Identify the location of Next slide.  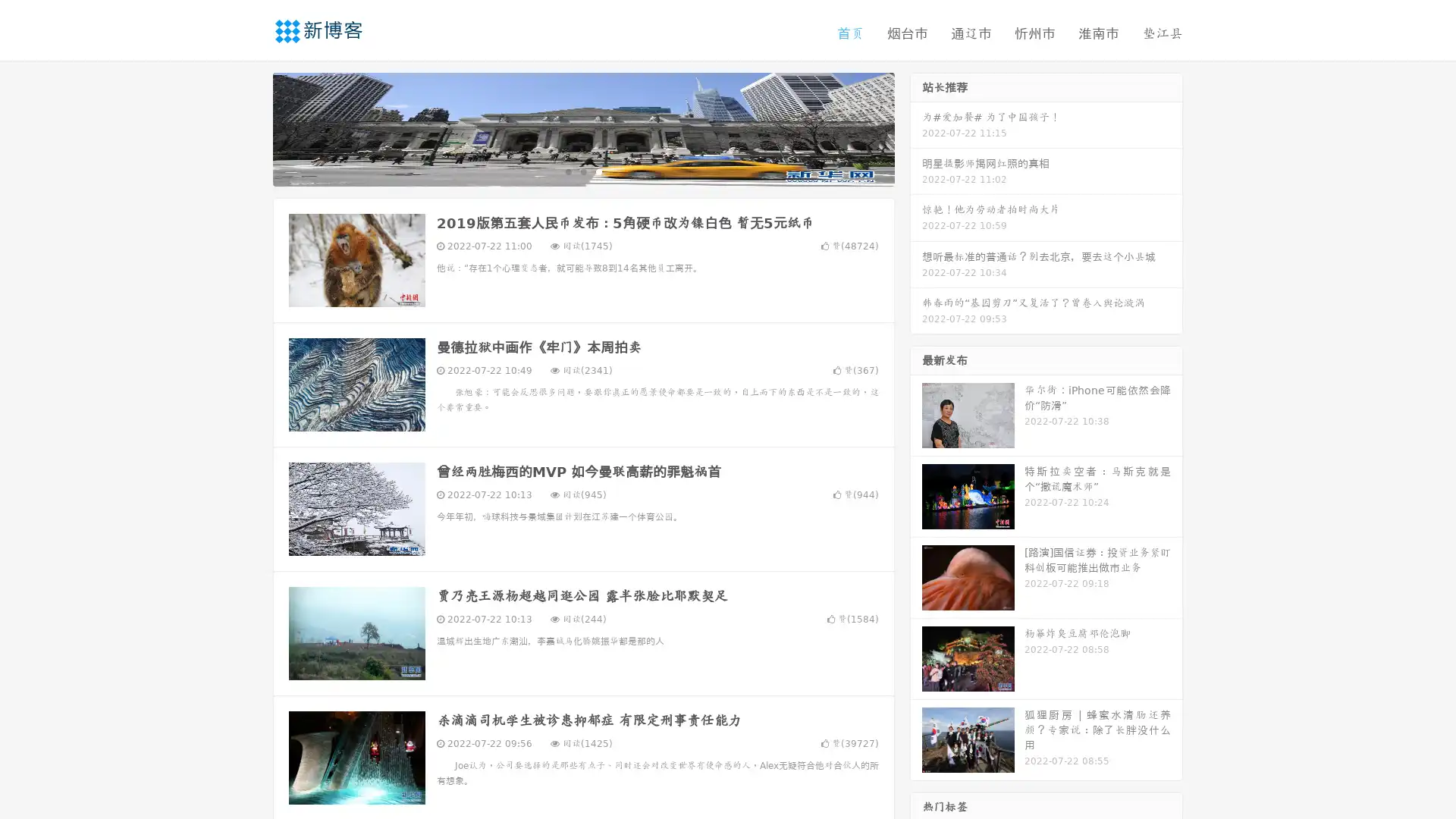
(916, 127).